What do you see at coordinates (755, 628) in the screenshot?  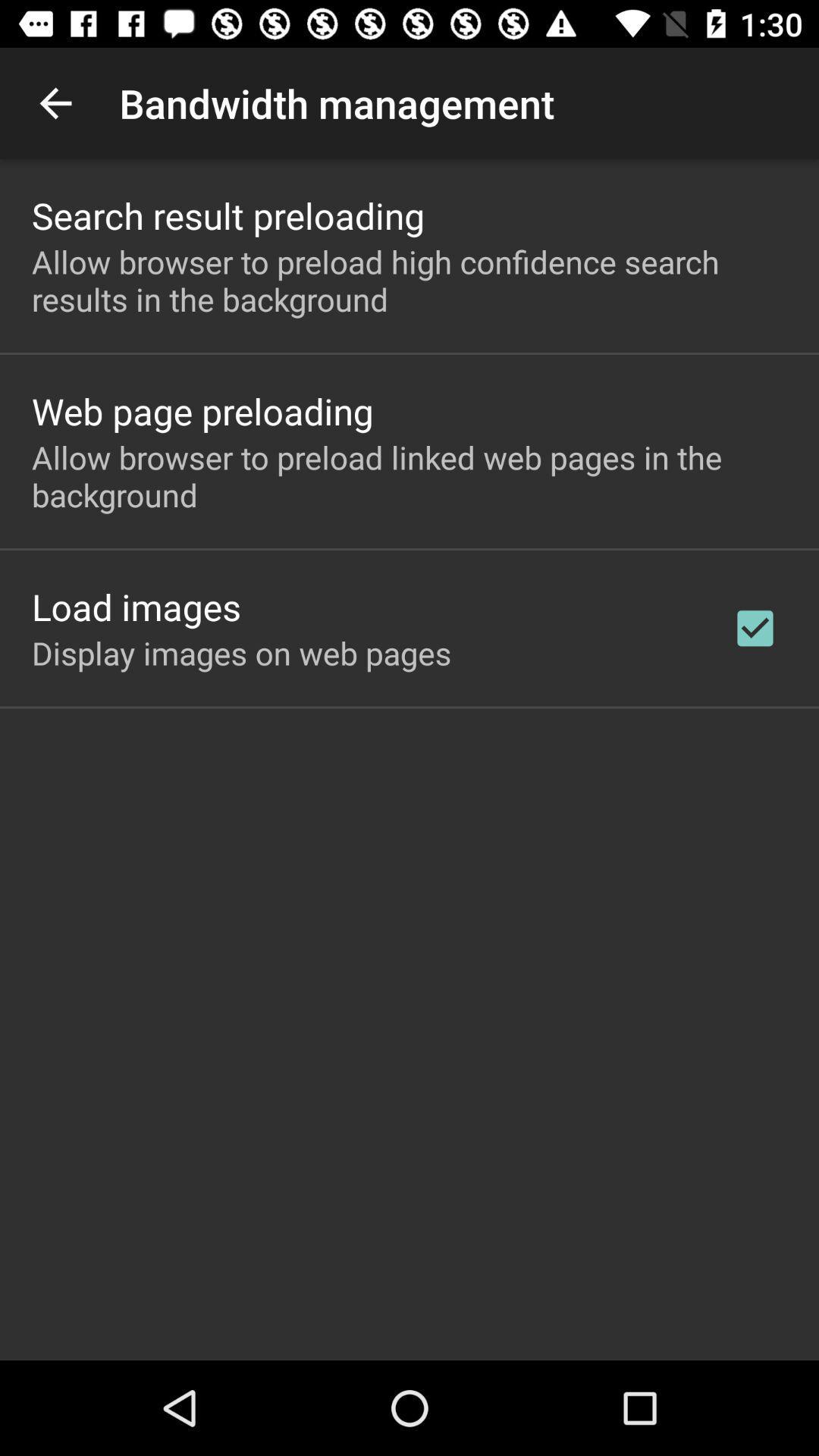 I see `the checkbox on the right` at bounding box center [755, 628].